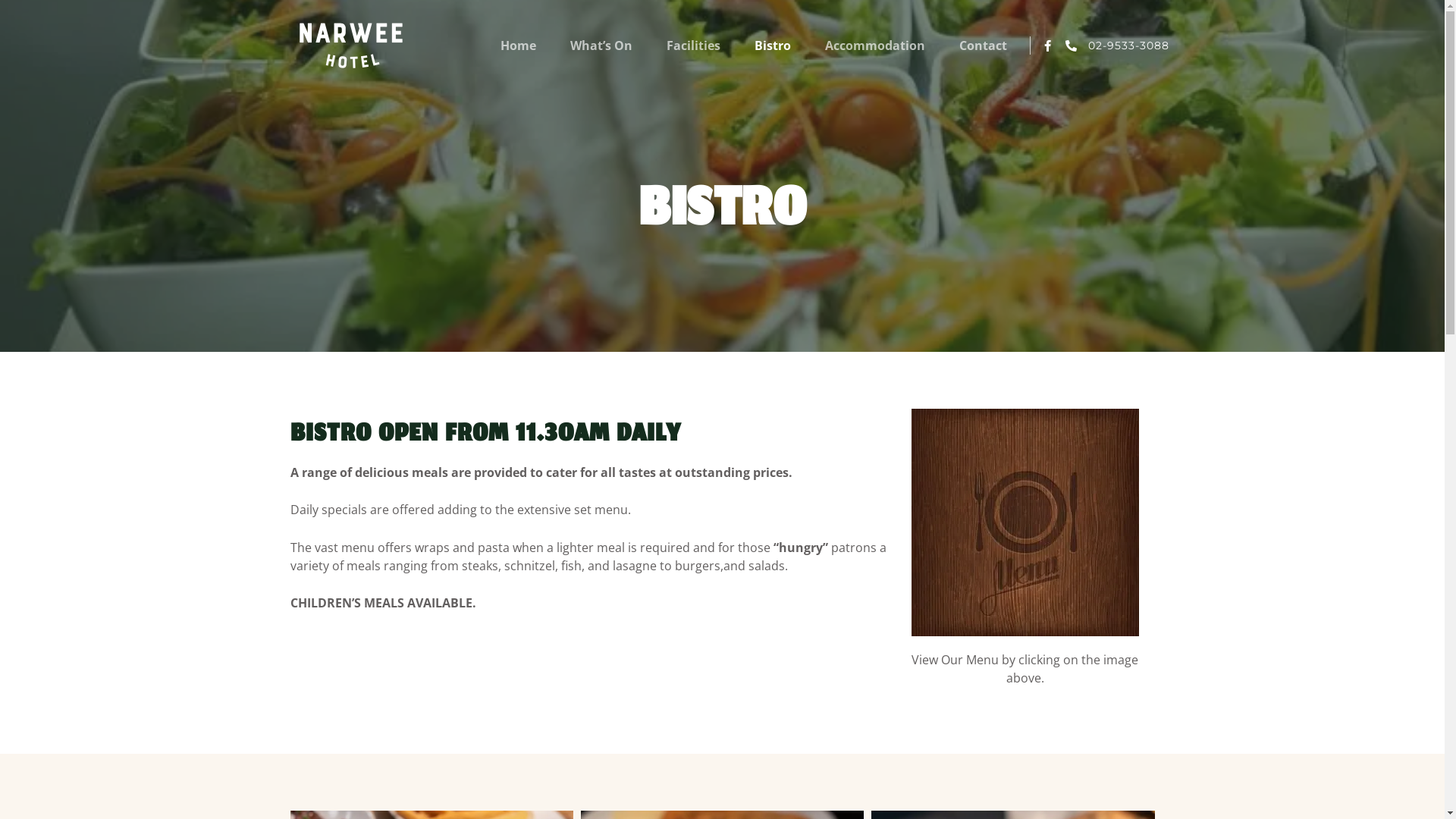  What do you see at coordinates (692, 45) in the screenshot?
I see `'Facilities'` at bounding box center [692, 45].